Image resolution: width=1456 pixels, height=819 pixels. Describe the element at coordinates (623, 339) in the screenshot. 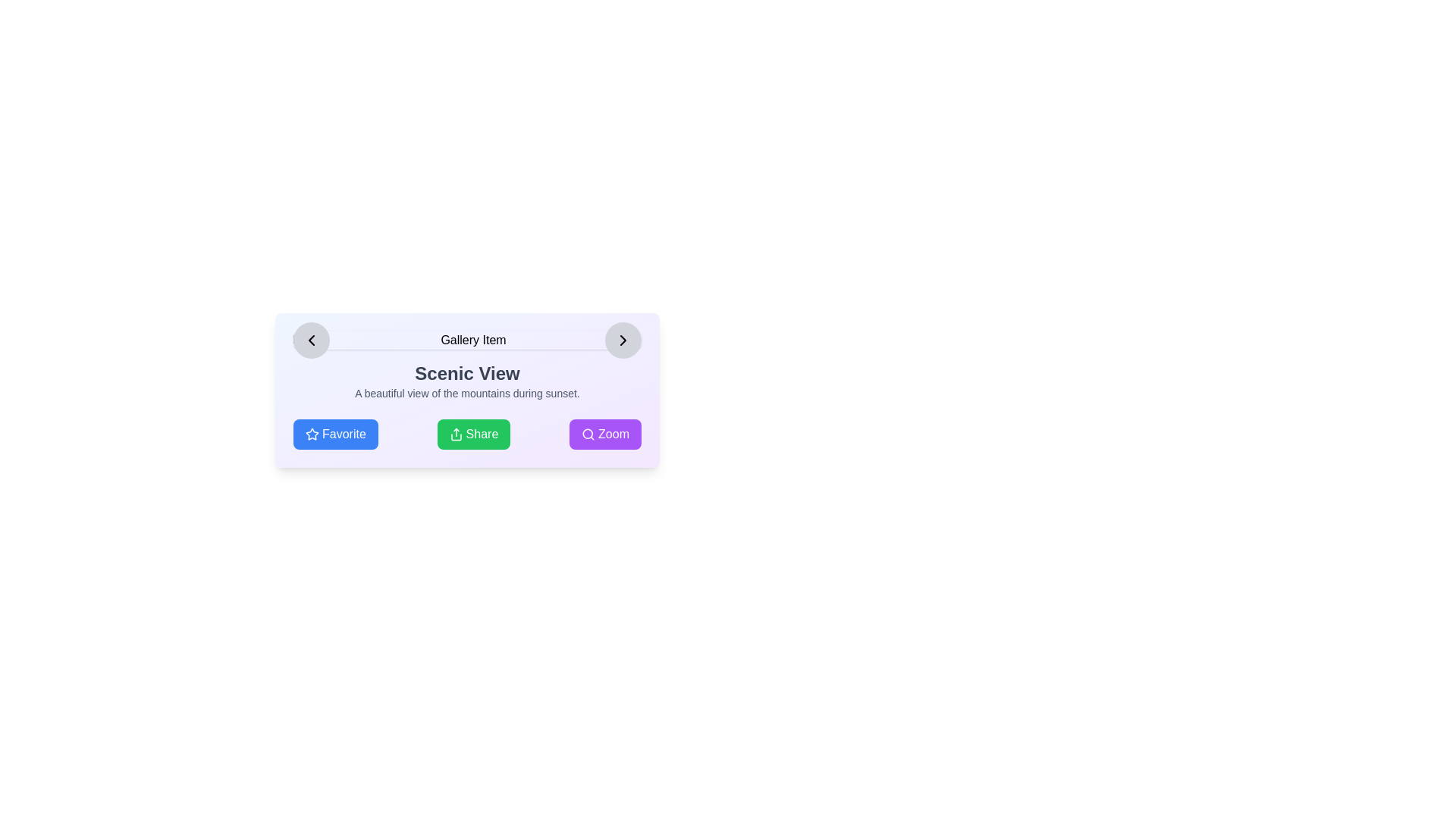

I see `the navigation button located in the top-right corner of the 'Gallery Item' card` at that location.